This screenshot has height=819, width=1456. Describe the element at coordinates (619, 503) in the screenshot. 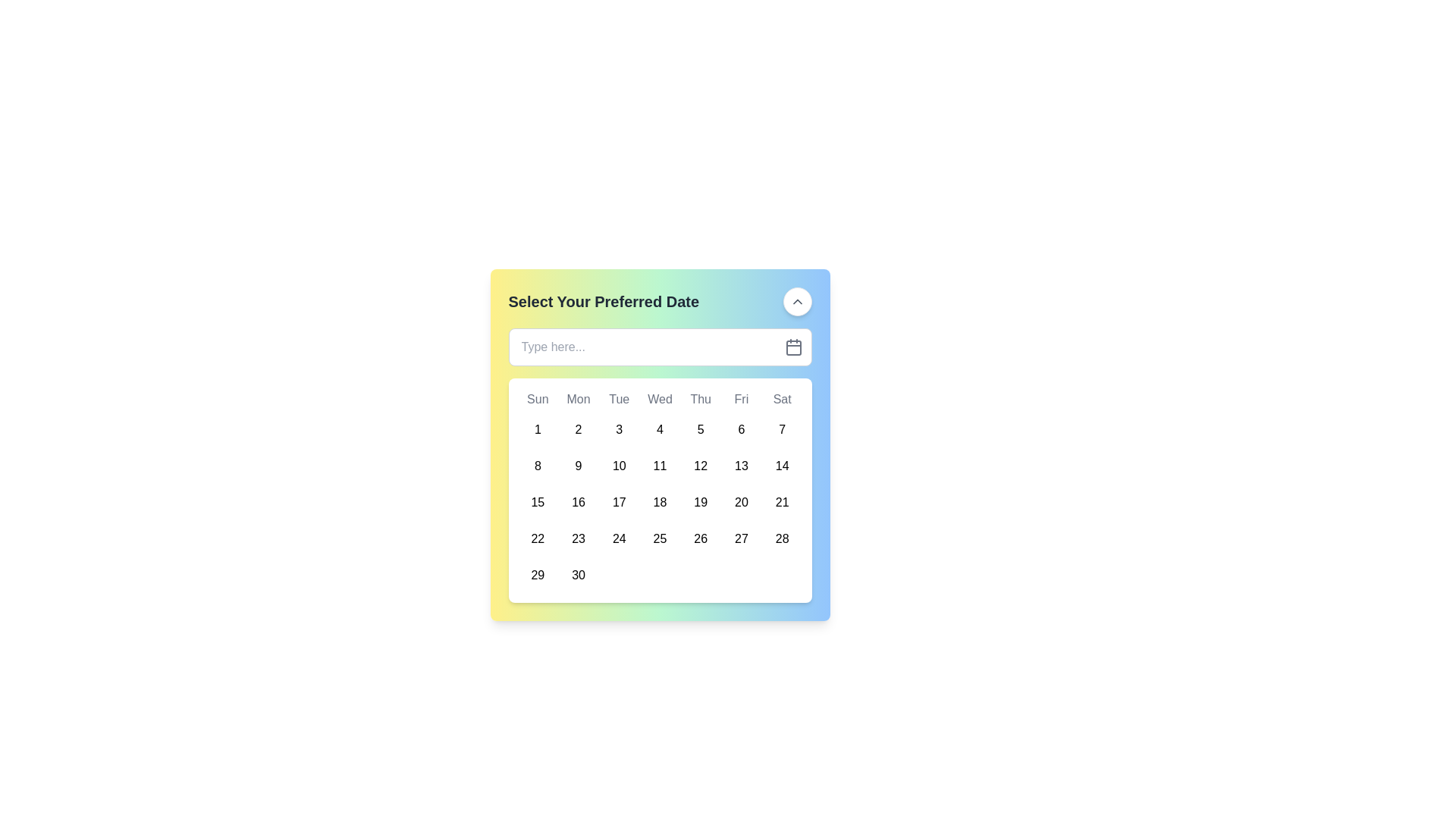

I see `the button representing the selectable date '17' in the calendar interface` at that location.